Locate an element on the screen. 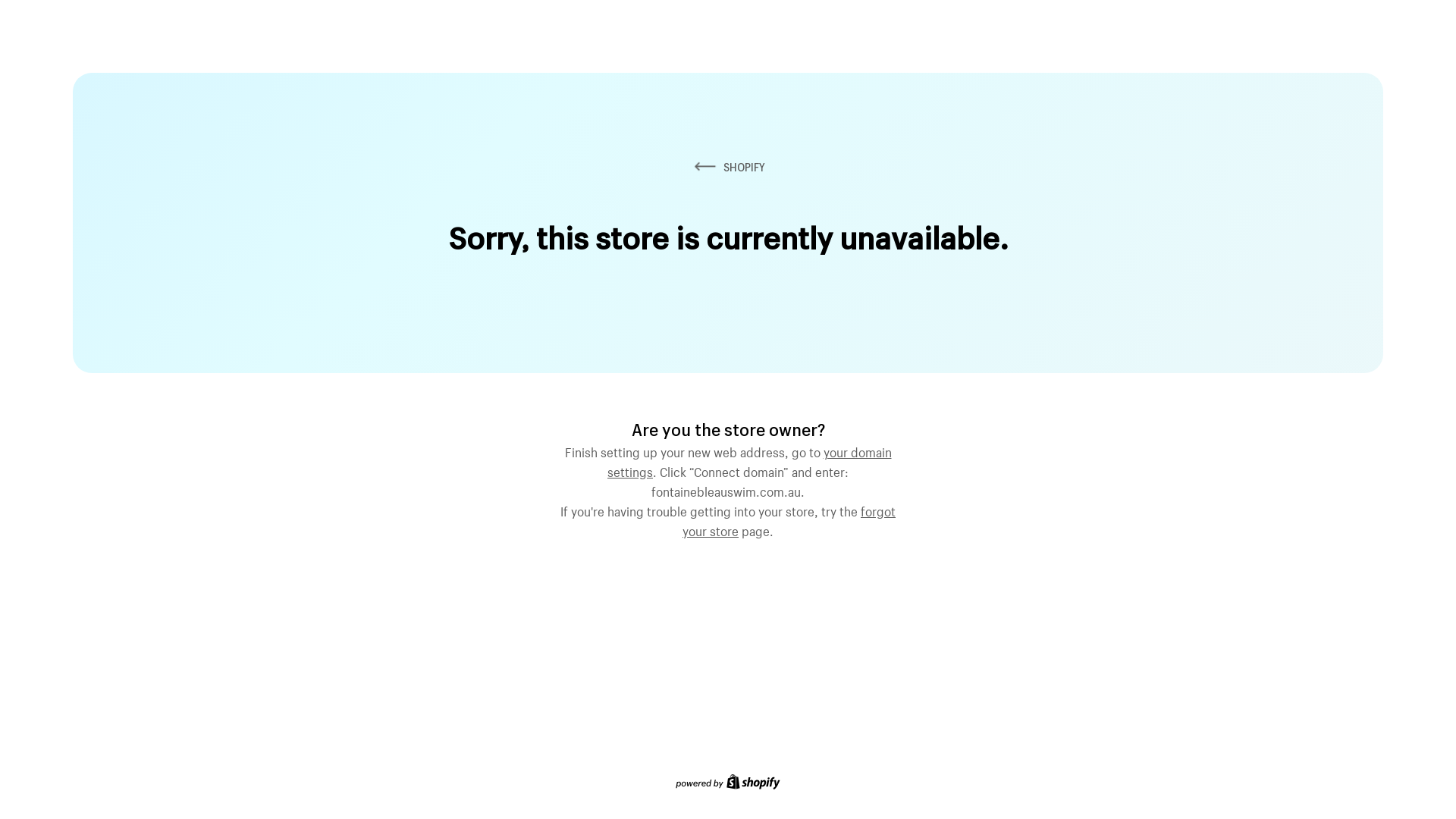 Image resolution: width=1456 pixels, height=819 pixels. 'SHOPIFY' is located at coordinates (690, 167).